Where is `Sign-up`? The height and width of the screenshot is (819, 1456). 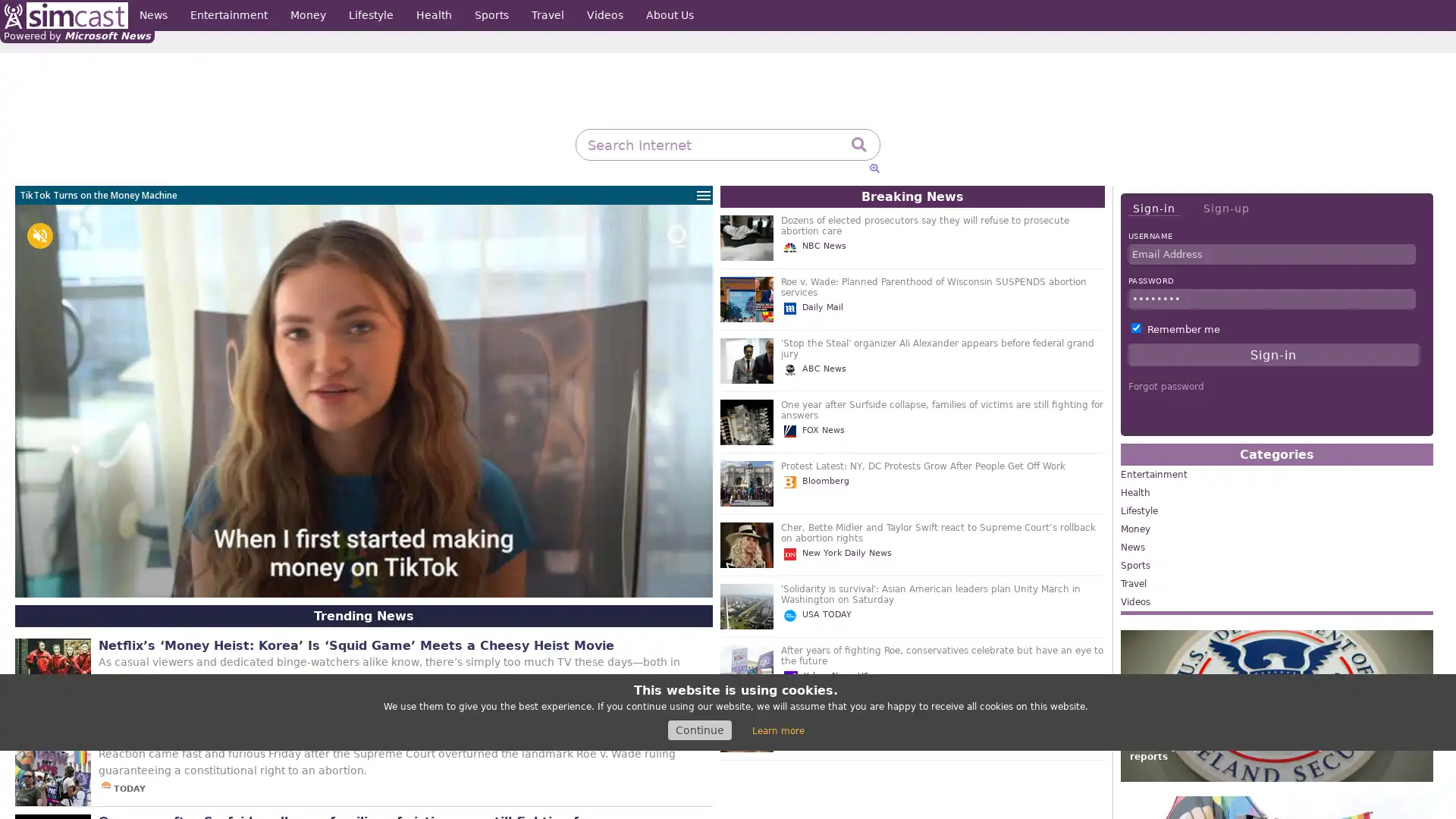
Sign-up is located at coordinates (1225, 208).